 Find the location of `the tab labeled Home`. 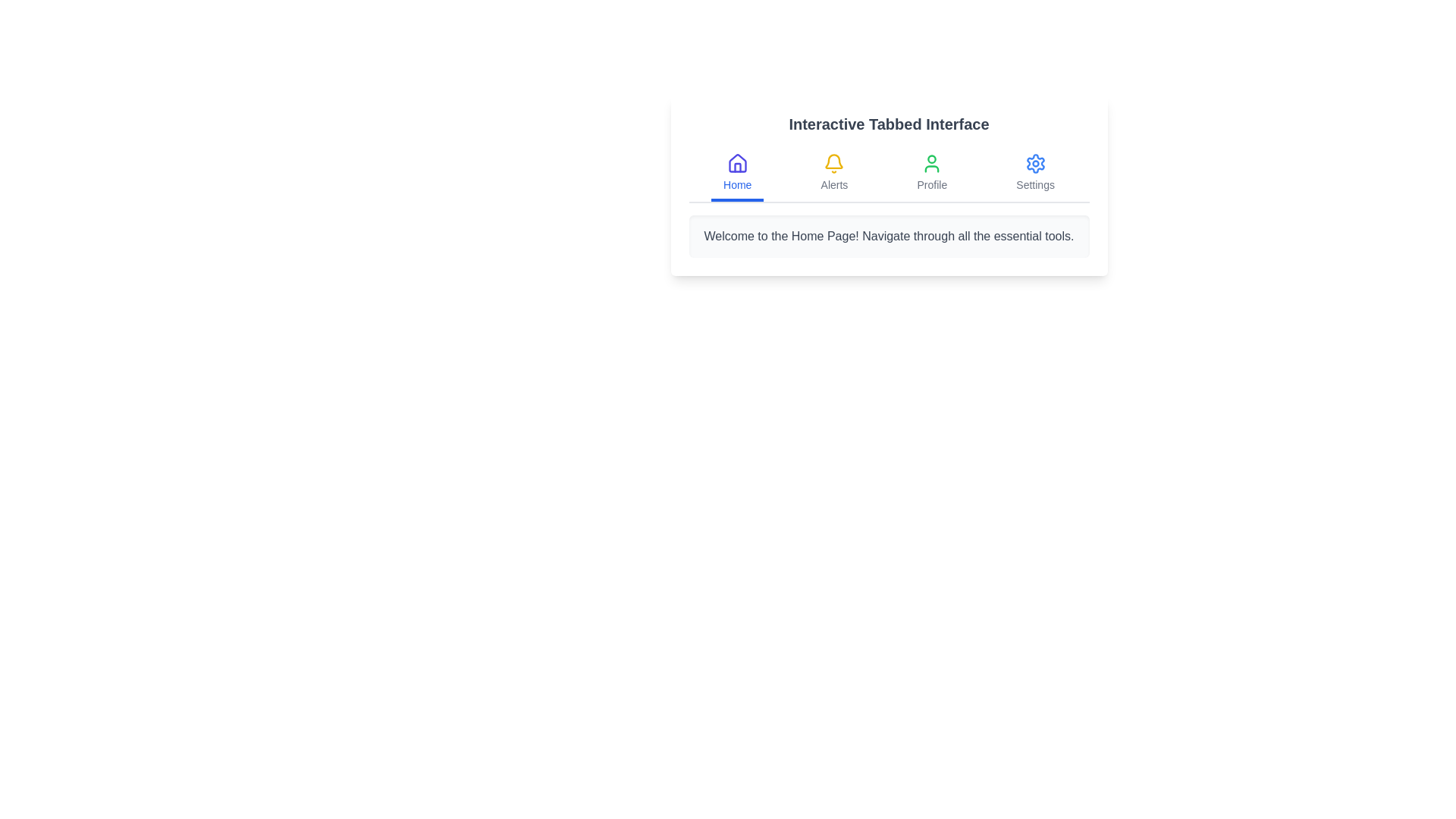

the tab labeled Home is located at coordinates (737, 174).